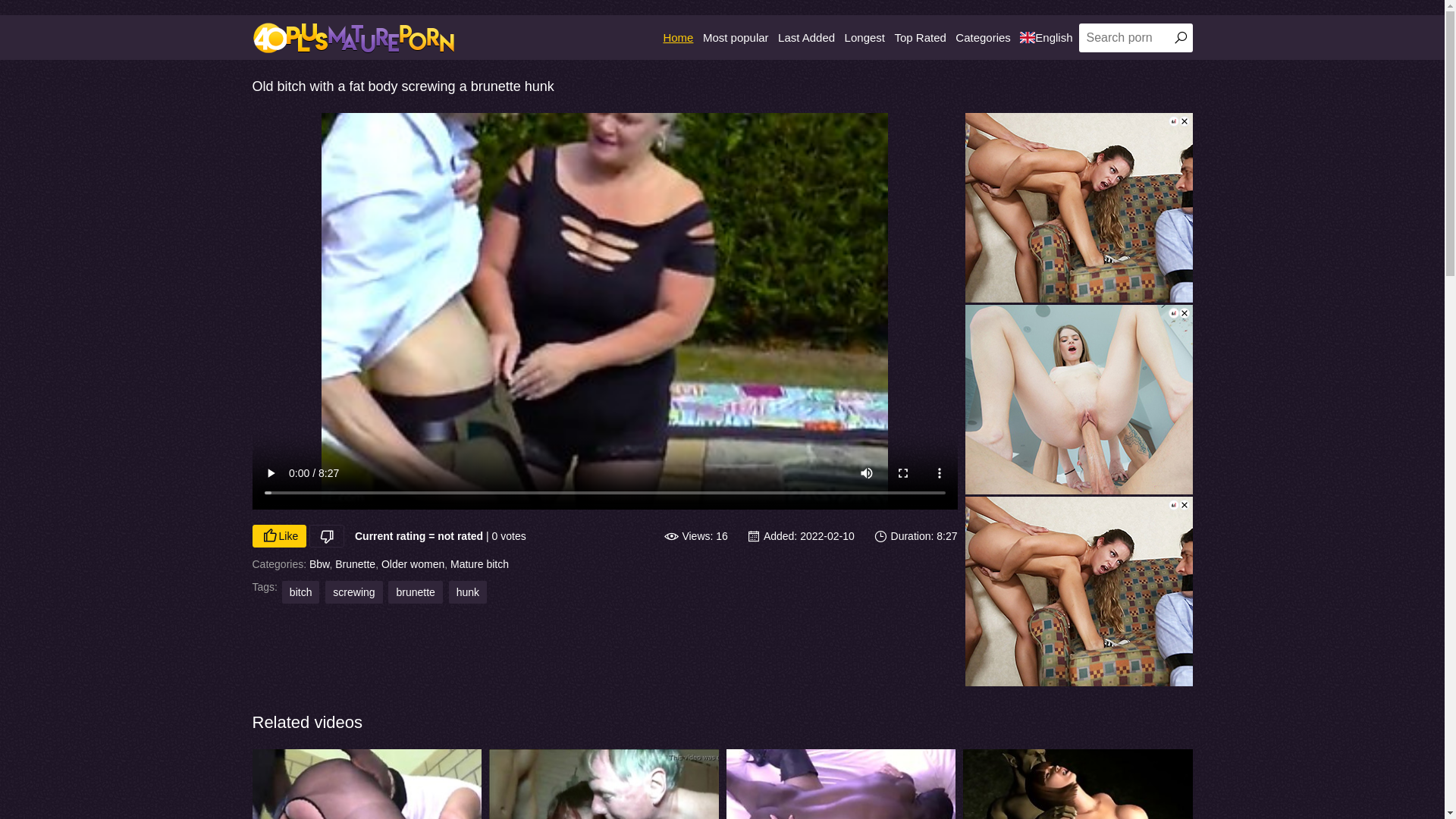 The width and height of the screenshot is (1456, 819). Describe the element at coordinates (479, 564) in the screenshot. I see `'Mature bitch'` at that location.